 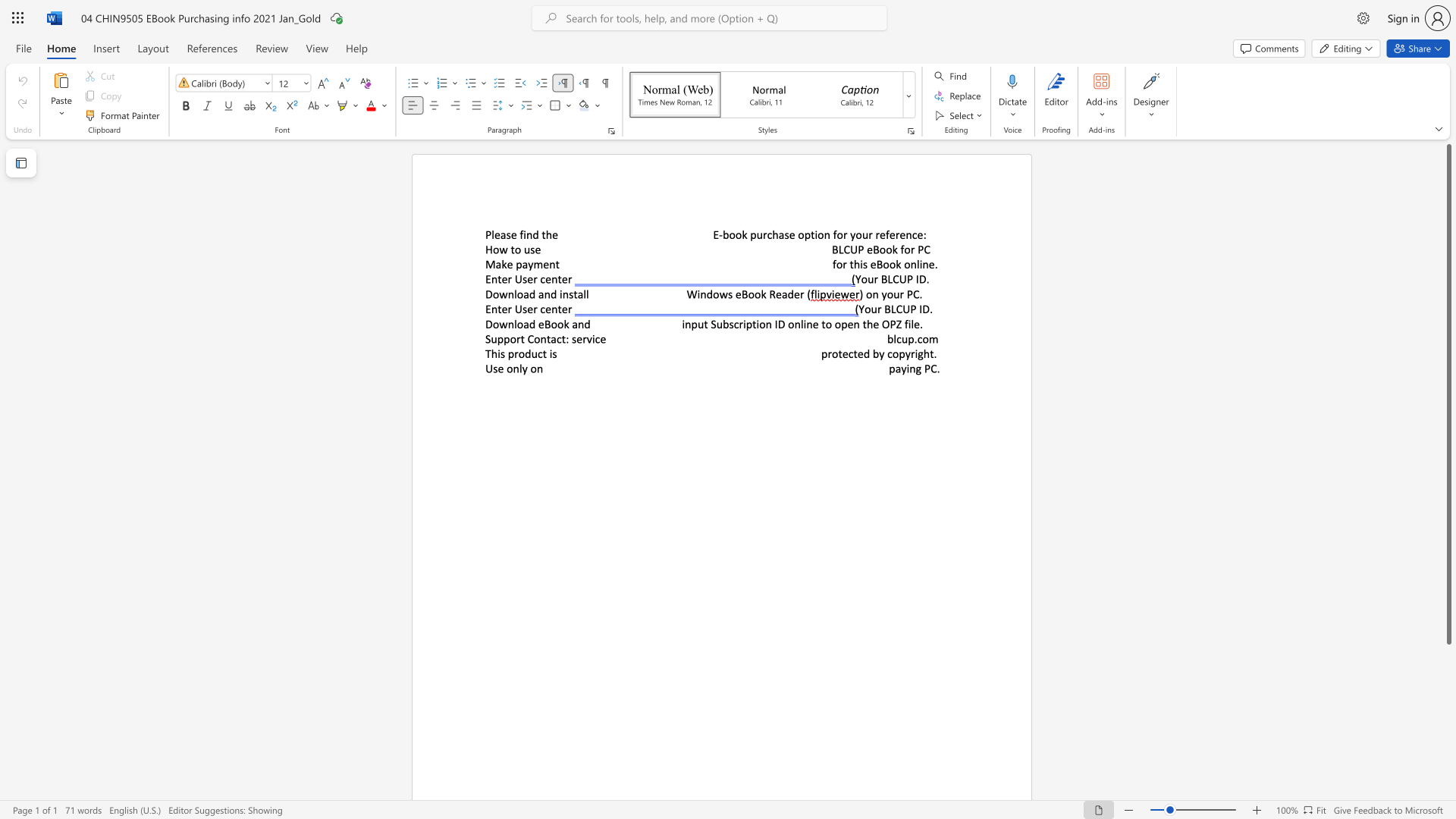 What do you see at coordinates (529, 234) in the screenshot?
I see `the 1th character "n" in the text` at bounding box center [529, 234].